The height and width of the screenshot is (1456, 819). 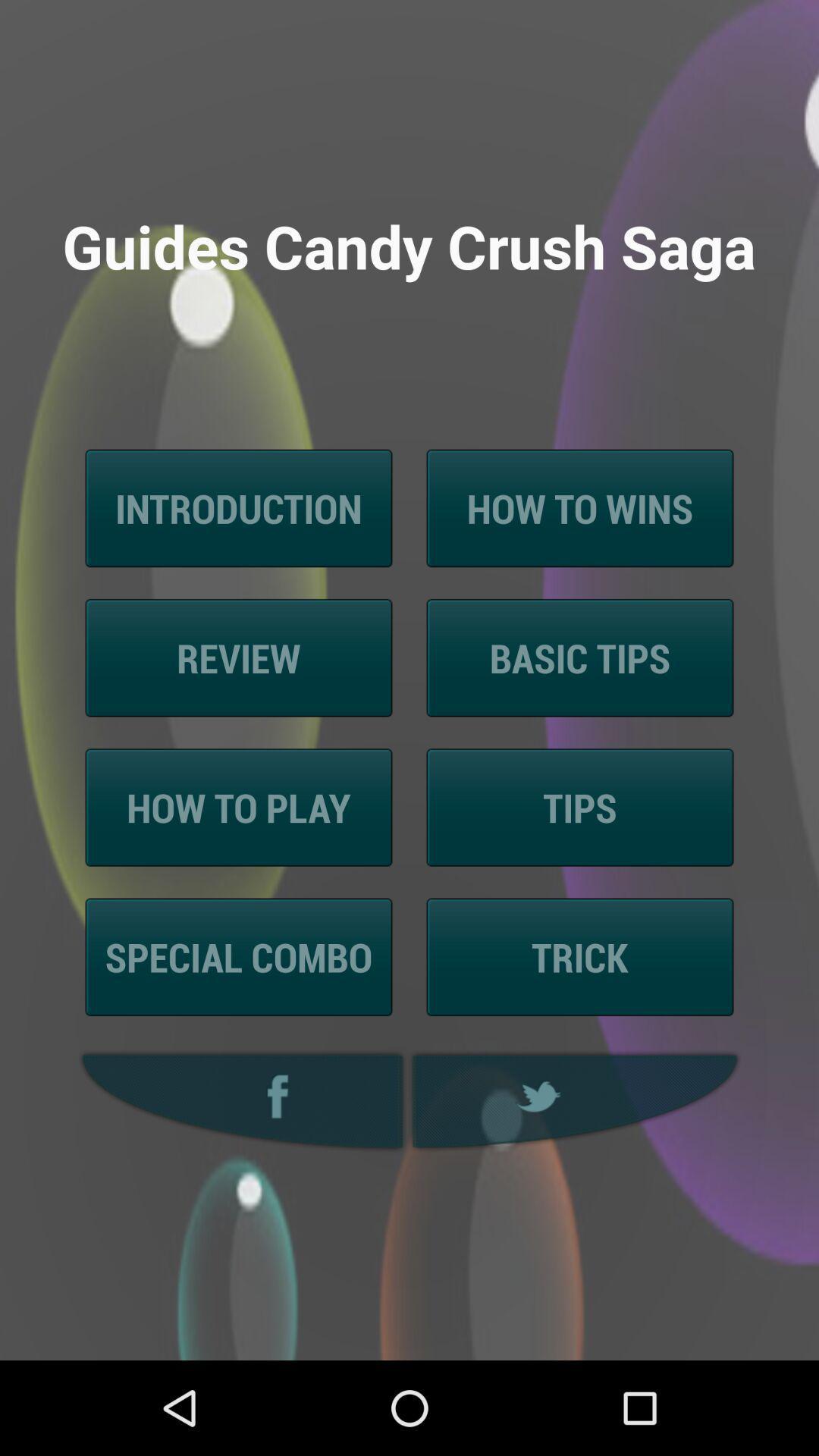 I want to click on the review item, so click(x=239, y=657).